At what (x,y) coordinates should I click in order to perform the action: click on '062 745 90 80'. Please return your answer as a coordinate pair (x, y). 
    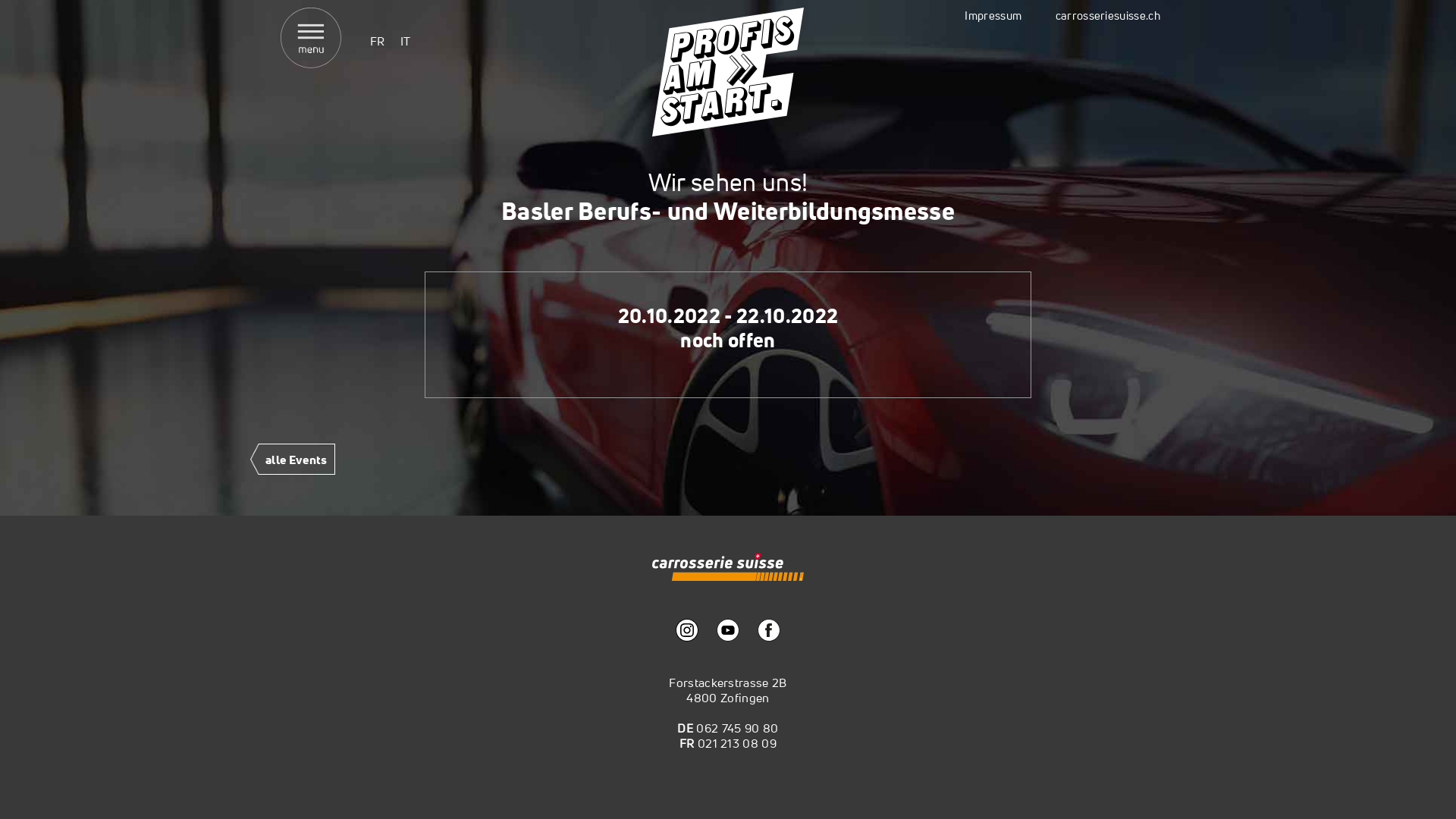
    Looking at the image, I should click on (737, 727).